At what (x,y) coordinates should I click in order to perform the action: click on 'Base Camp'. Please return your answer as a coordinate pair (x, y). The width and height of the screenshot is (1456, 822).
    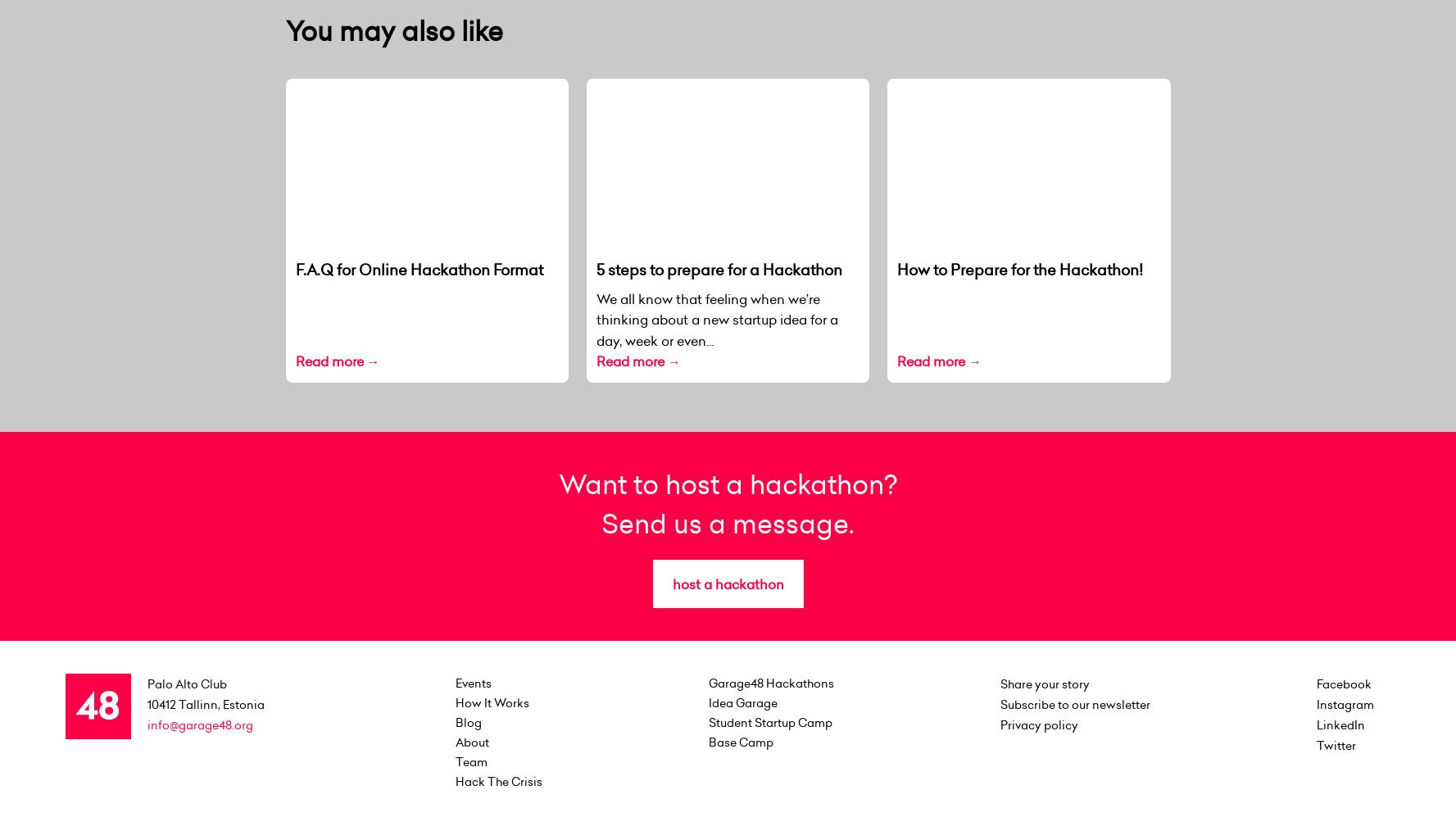
    Looking at the image, I should click on (741, 741).